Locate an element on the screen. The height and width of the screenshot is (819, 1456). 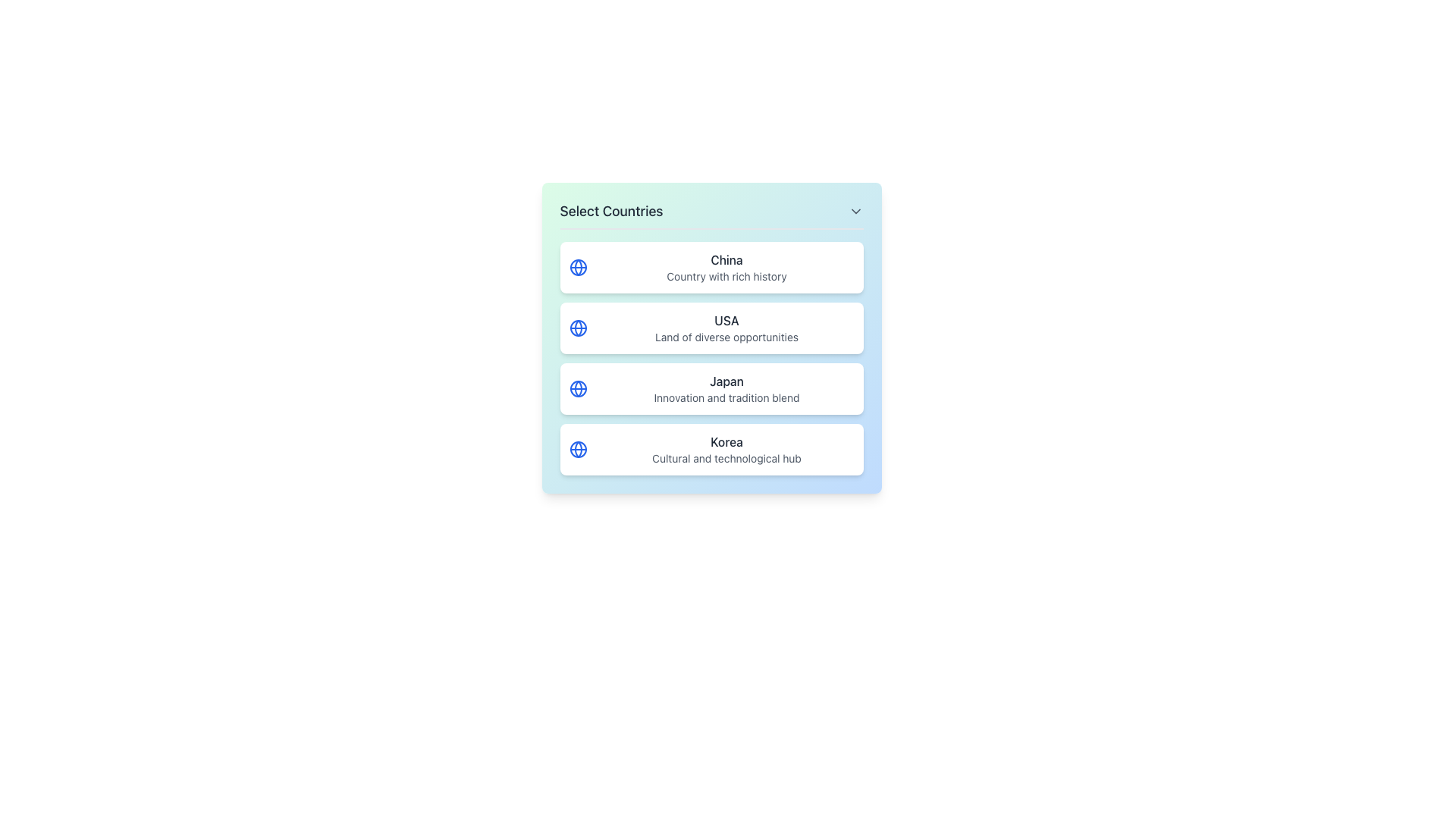
the selectable list item for the country 'USA' is located at coordinates (726, 327).